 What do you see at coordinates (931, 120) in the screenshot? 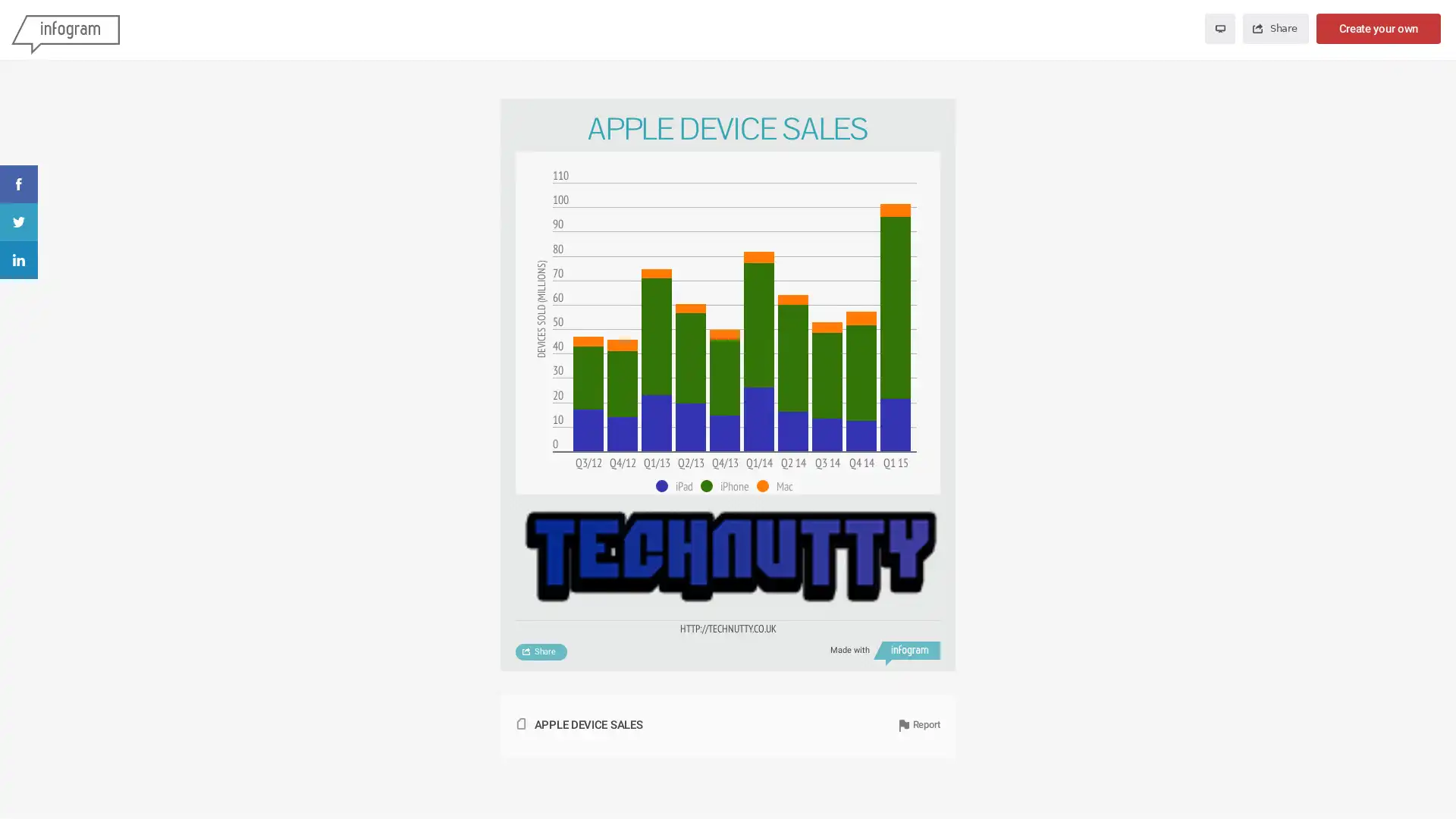
I see `Show side buttons` at bounding box center [931, 120].